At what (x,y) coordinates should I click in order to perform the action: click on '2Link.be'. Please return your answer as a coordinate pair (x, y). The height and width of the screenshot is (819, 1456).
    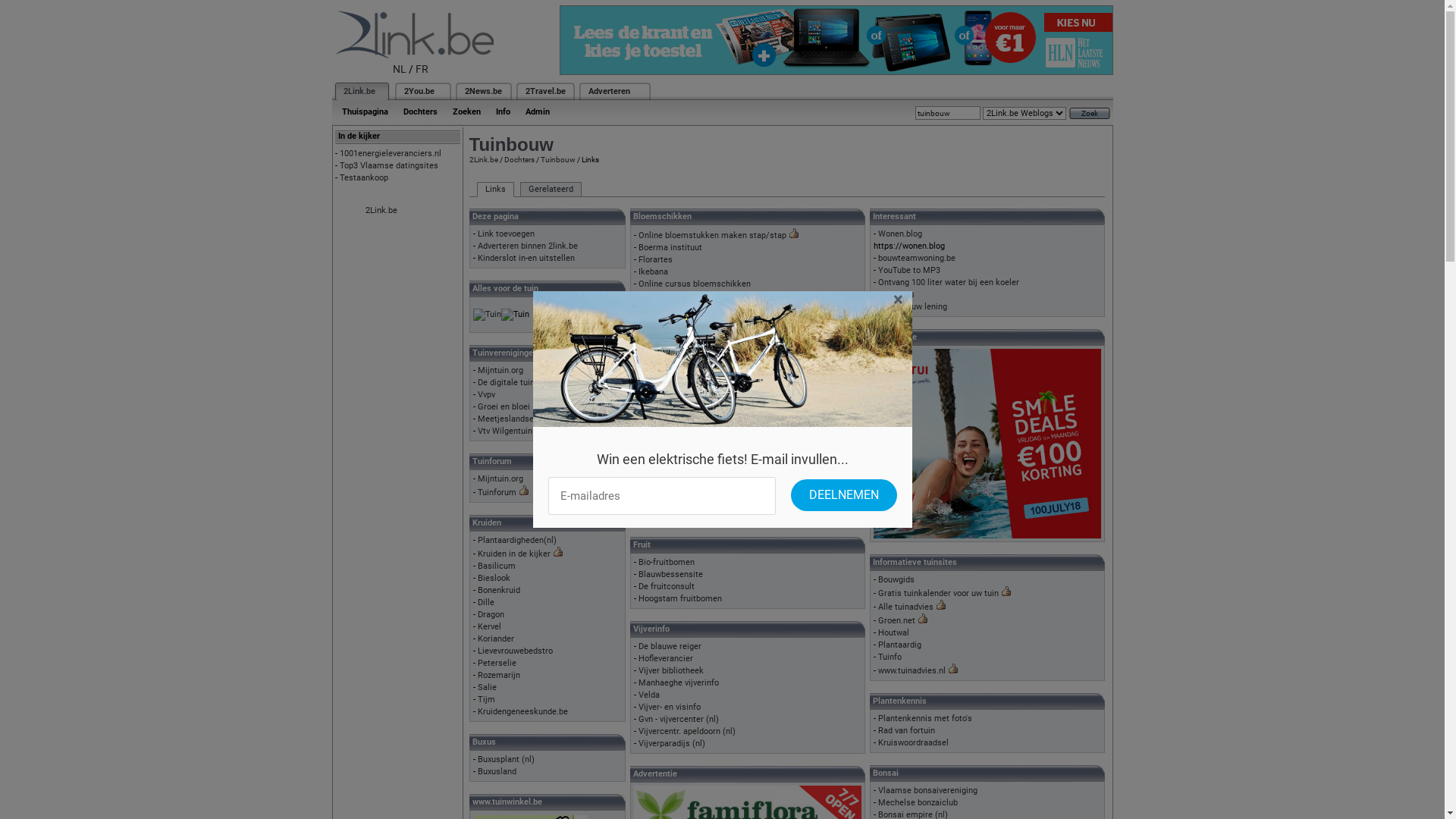
    Looking at the image, I should click on (482, 159).